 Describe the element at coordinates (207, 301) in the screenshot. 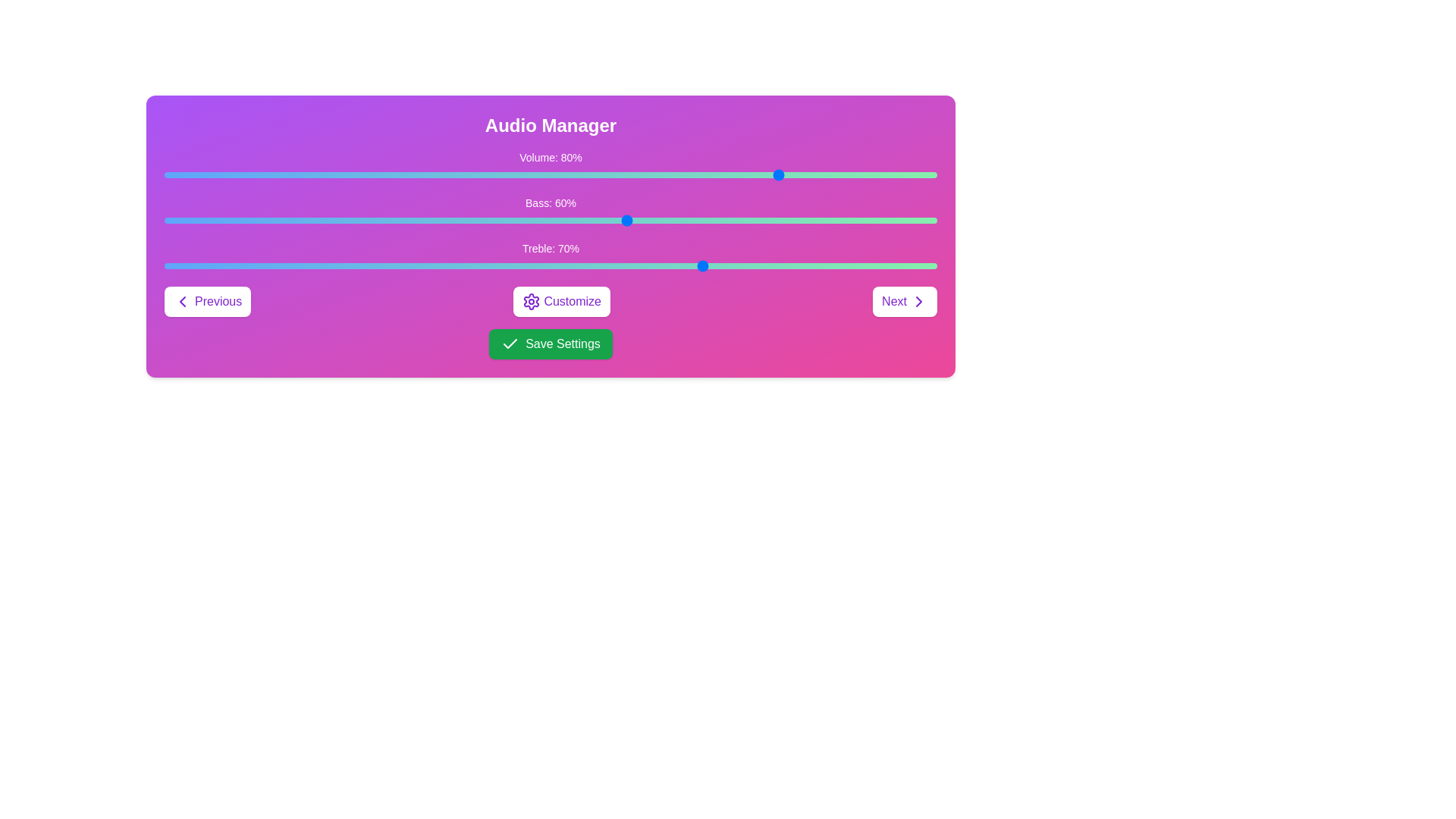

I see `the 'Previous' button, which is a rounded rectangular button with a white background and purple text, located in the bottom-left corner of the card` at that location.